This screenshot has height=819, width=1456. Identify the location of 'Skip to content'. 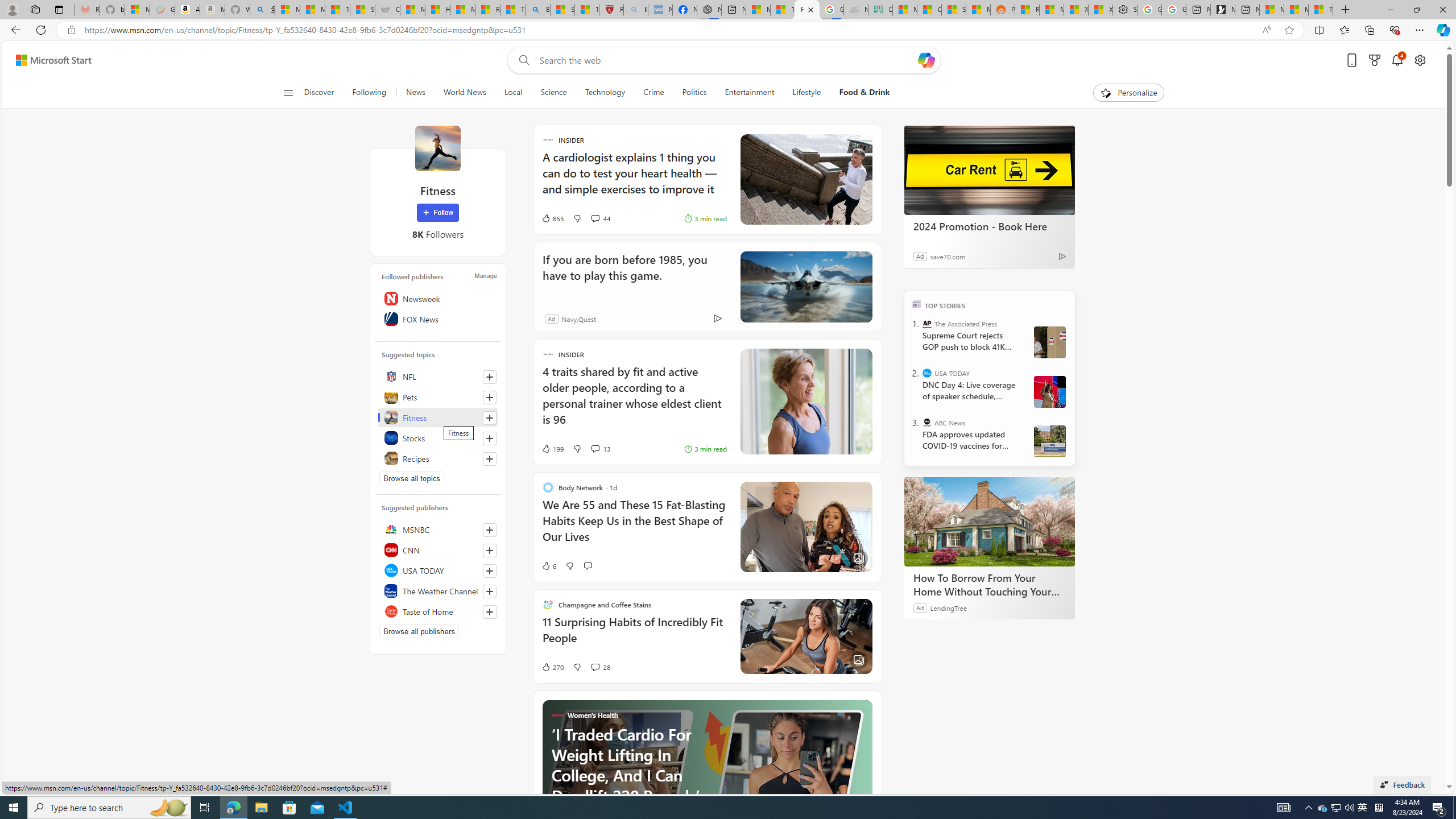
(49, 59).